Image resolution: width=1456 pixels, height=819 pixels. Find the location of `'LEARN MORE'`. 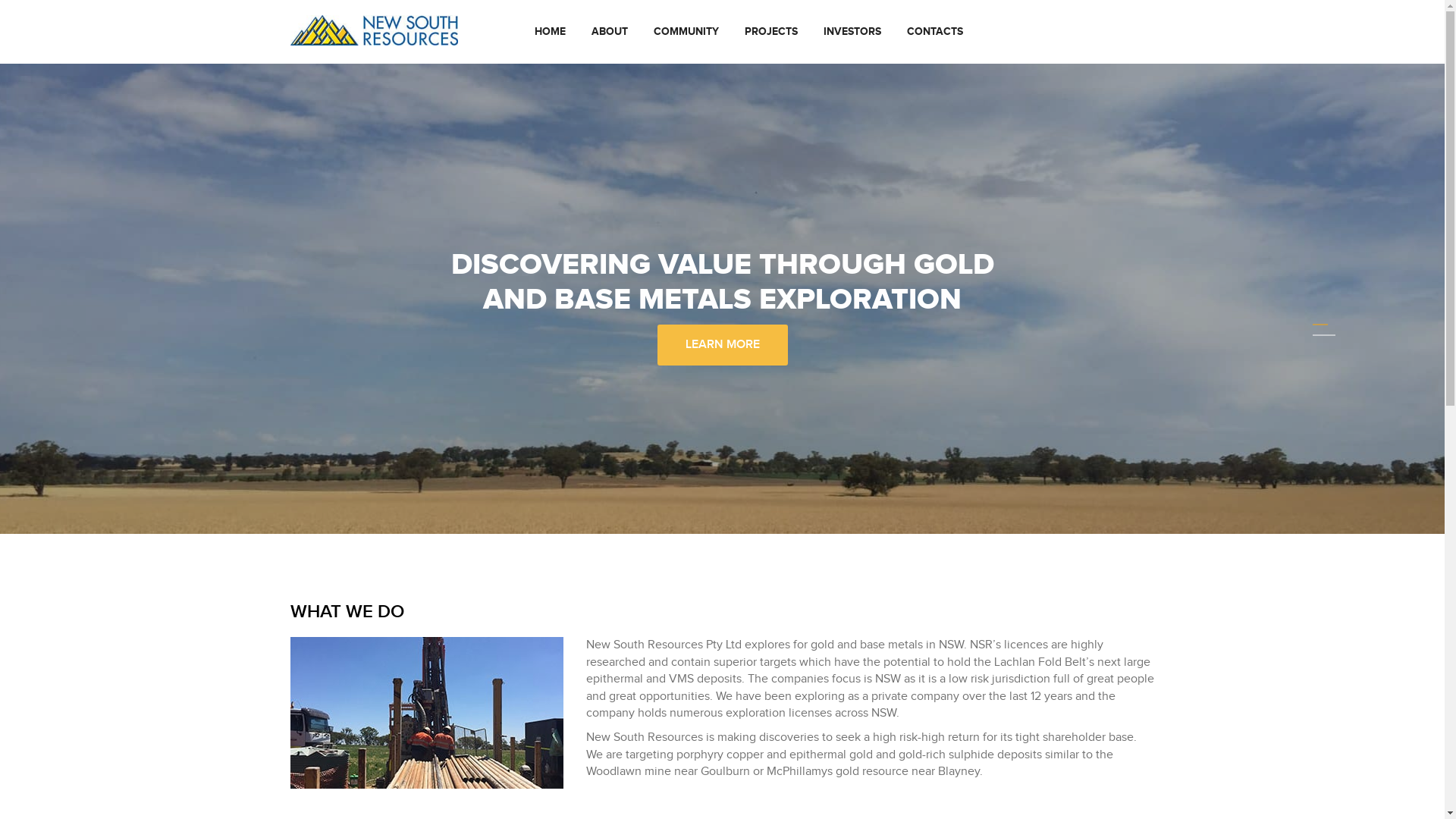

'LEARN MORE' is located at coordinates (656, 345).